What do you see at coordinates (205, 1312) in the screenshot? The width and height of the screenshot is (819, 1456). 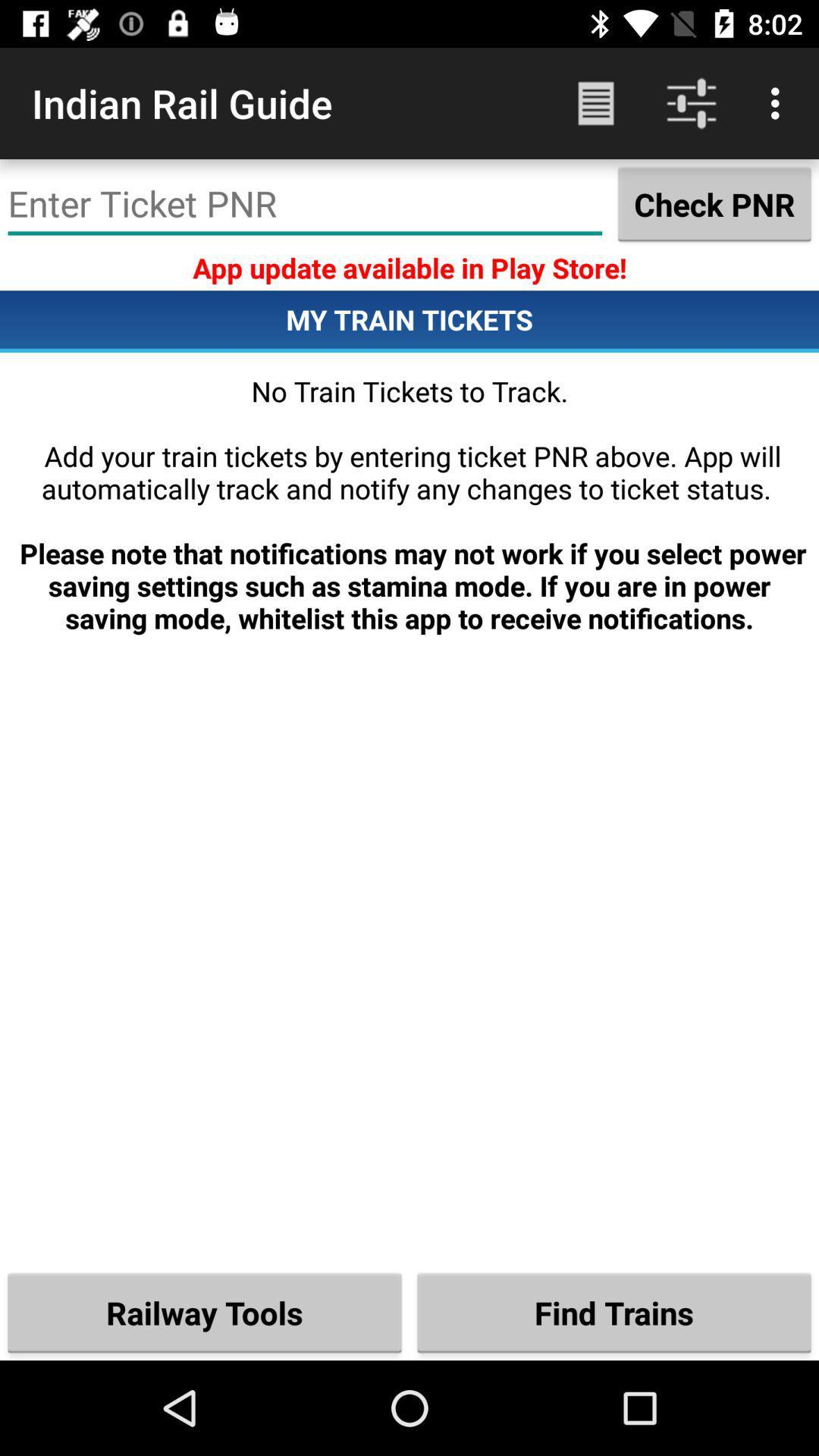 I see `railway tools item` at bounding box center [205, 1312].